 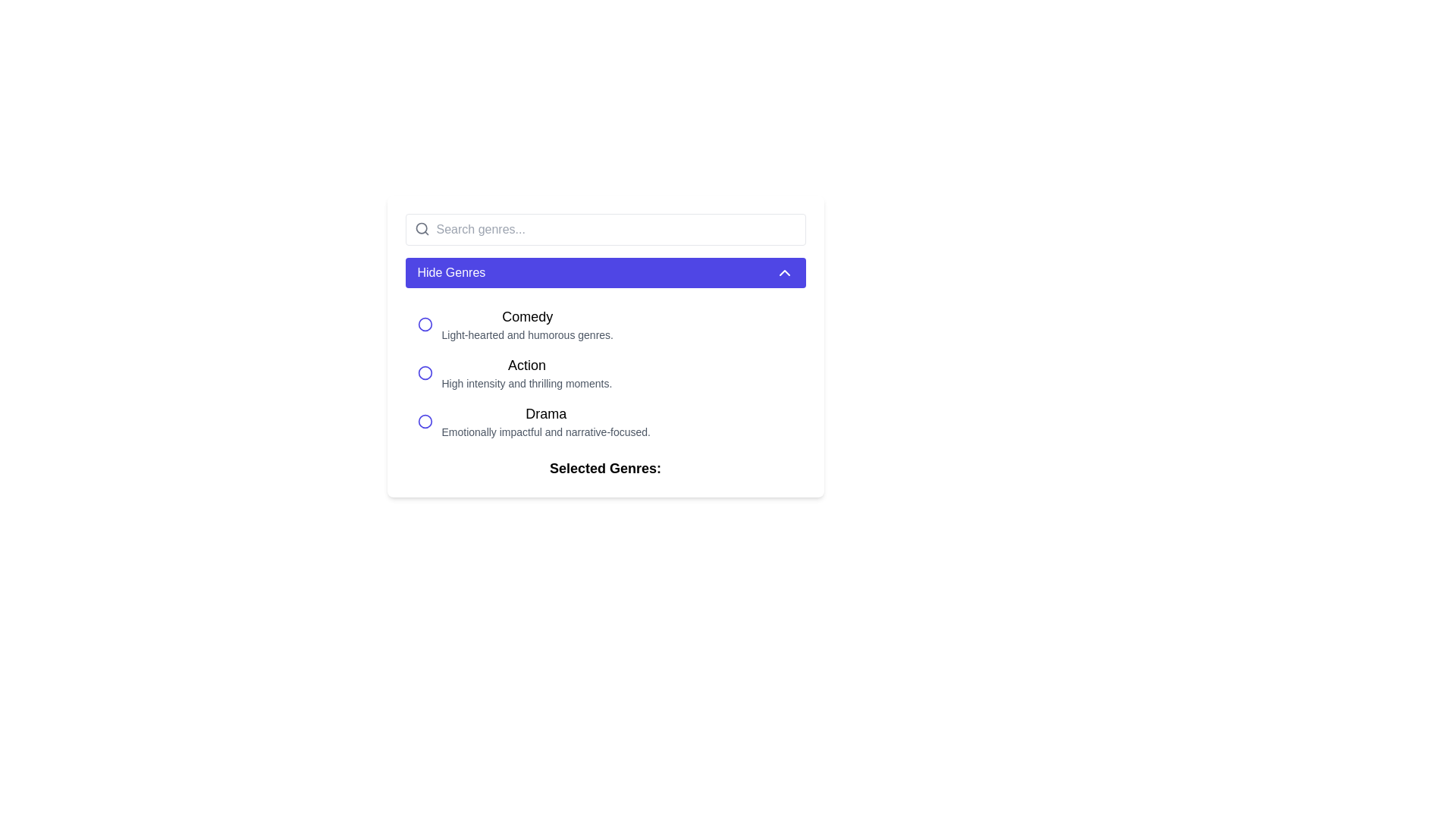 I want to click on the radio button option labeled 'Action' in the selectable items list, so click(x=604, y=373).